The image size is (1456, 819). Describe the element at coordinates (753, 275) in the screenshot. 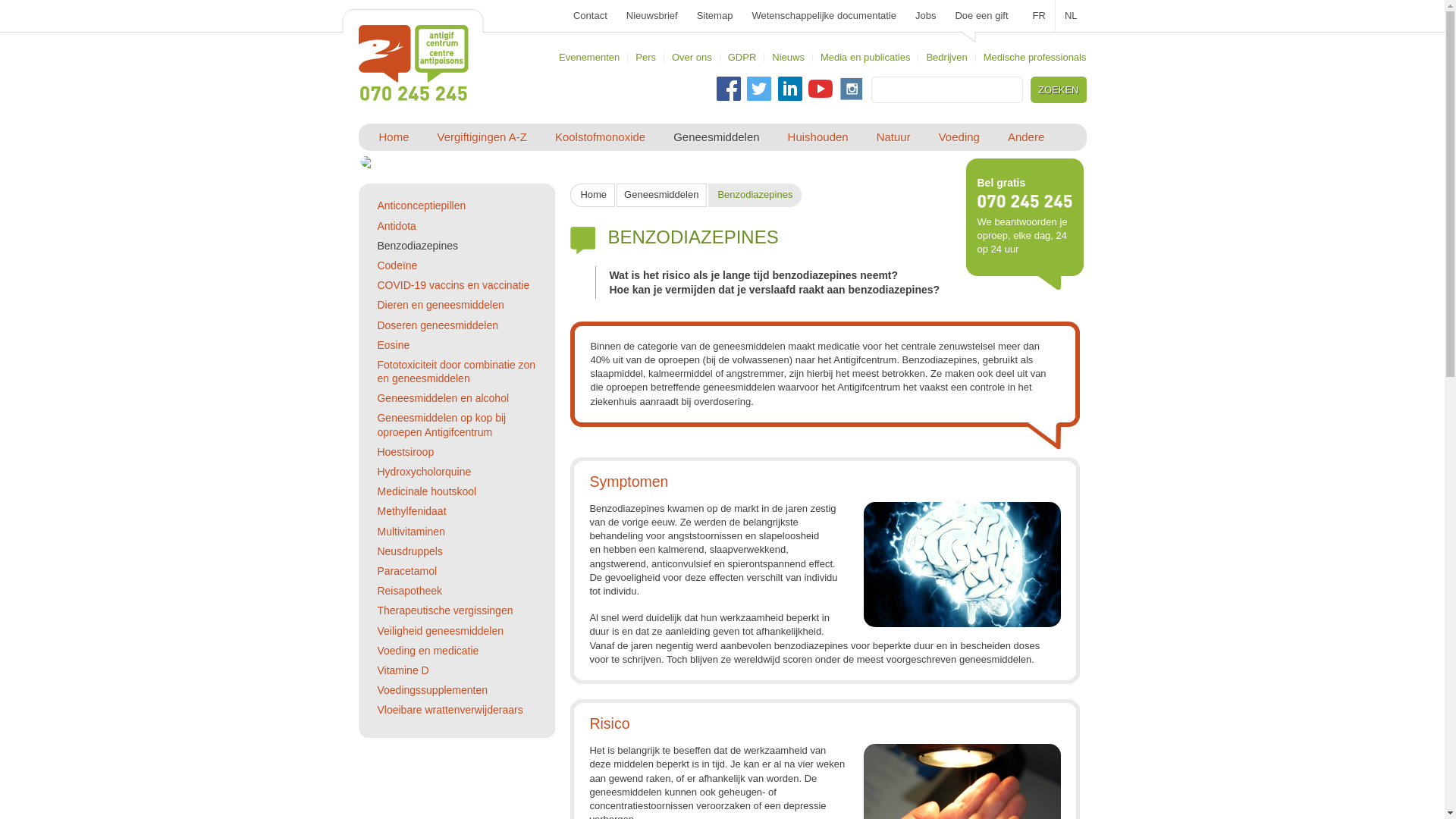

I see `'Wat is het risico als je lange tijd benzodiazepines neemt?'` at that location.